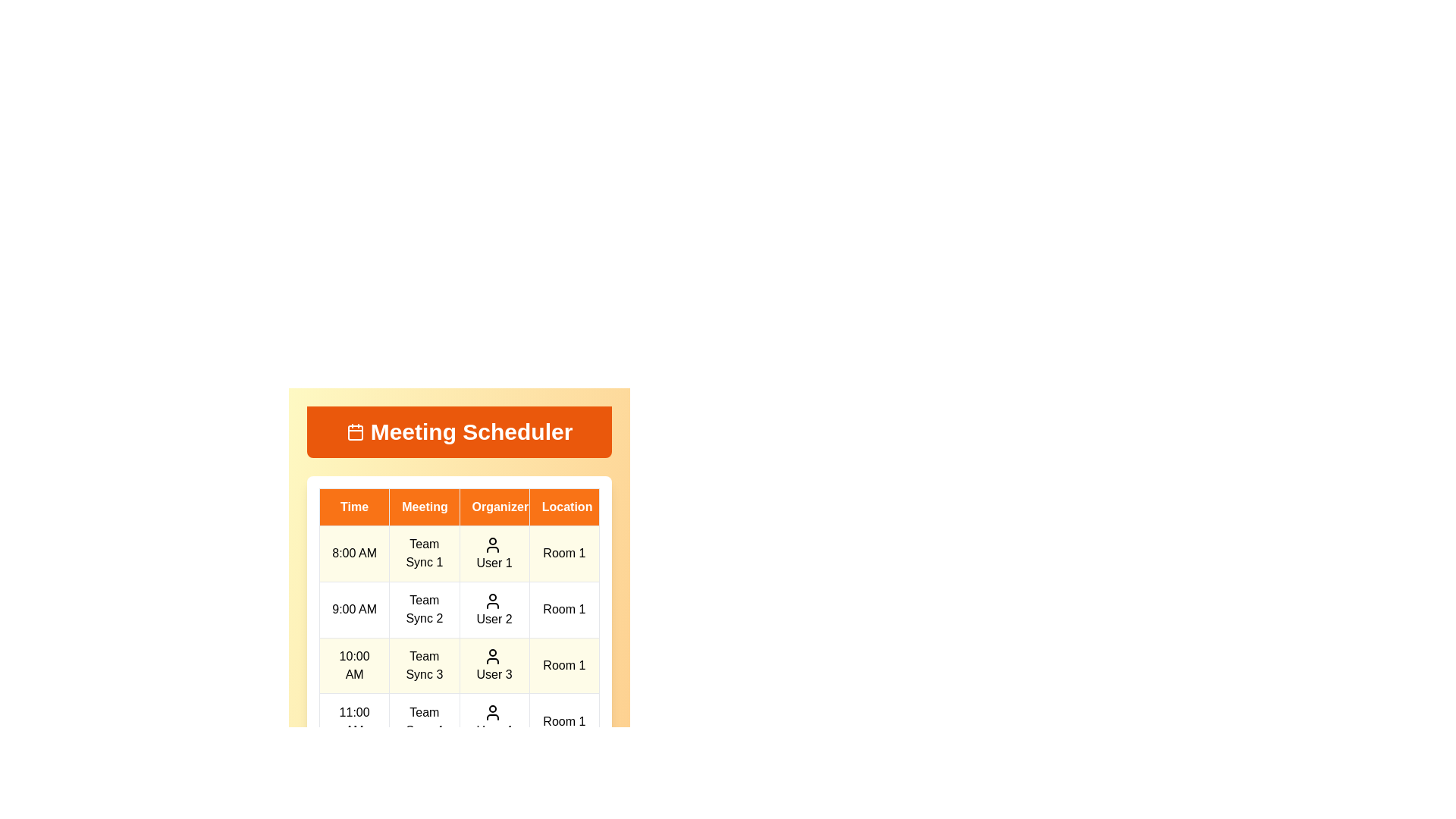 The image size is (1456, 819). What do you see at coordinates (353, 507) in the screenshot?
I see `the header column Time to sort or filter the schedule` at bounding box center [353, 507].